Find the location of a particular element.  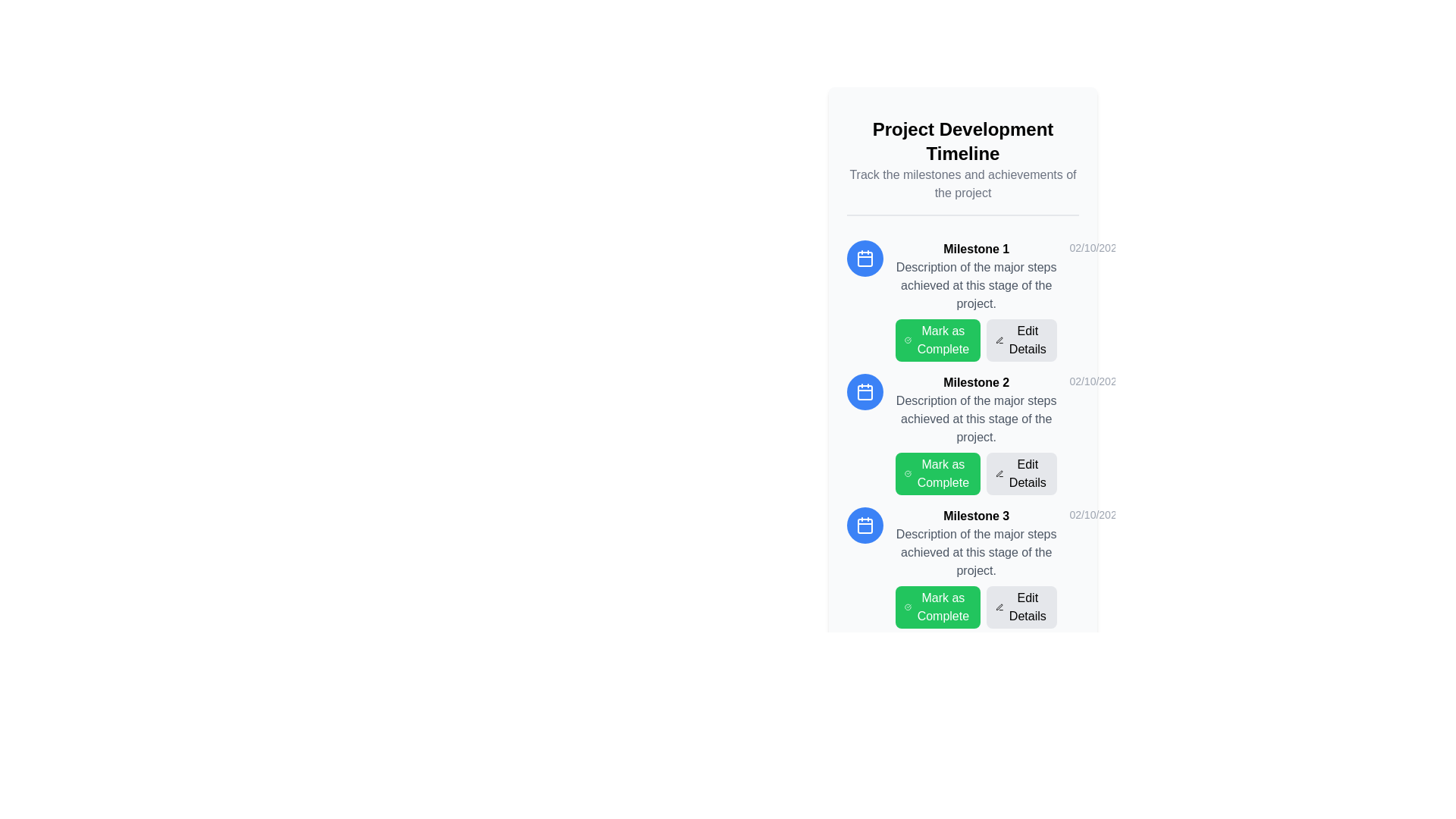

the text element reading 'Track the milestones and achievements of the project', which is styled in gray and positioned directly below the 'Project Development Timeline' title is located at coordinates (962, 184).